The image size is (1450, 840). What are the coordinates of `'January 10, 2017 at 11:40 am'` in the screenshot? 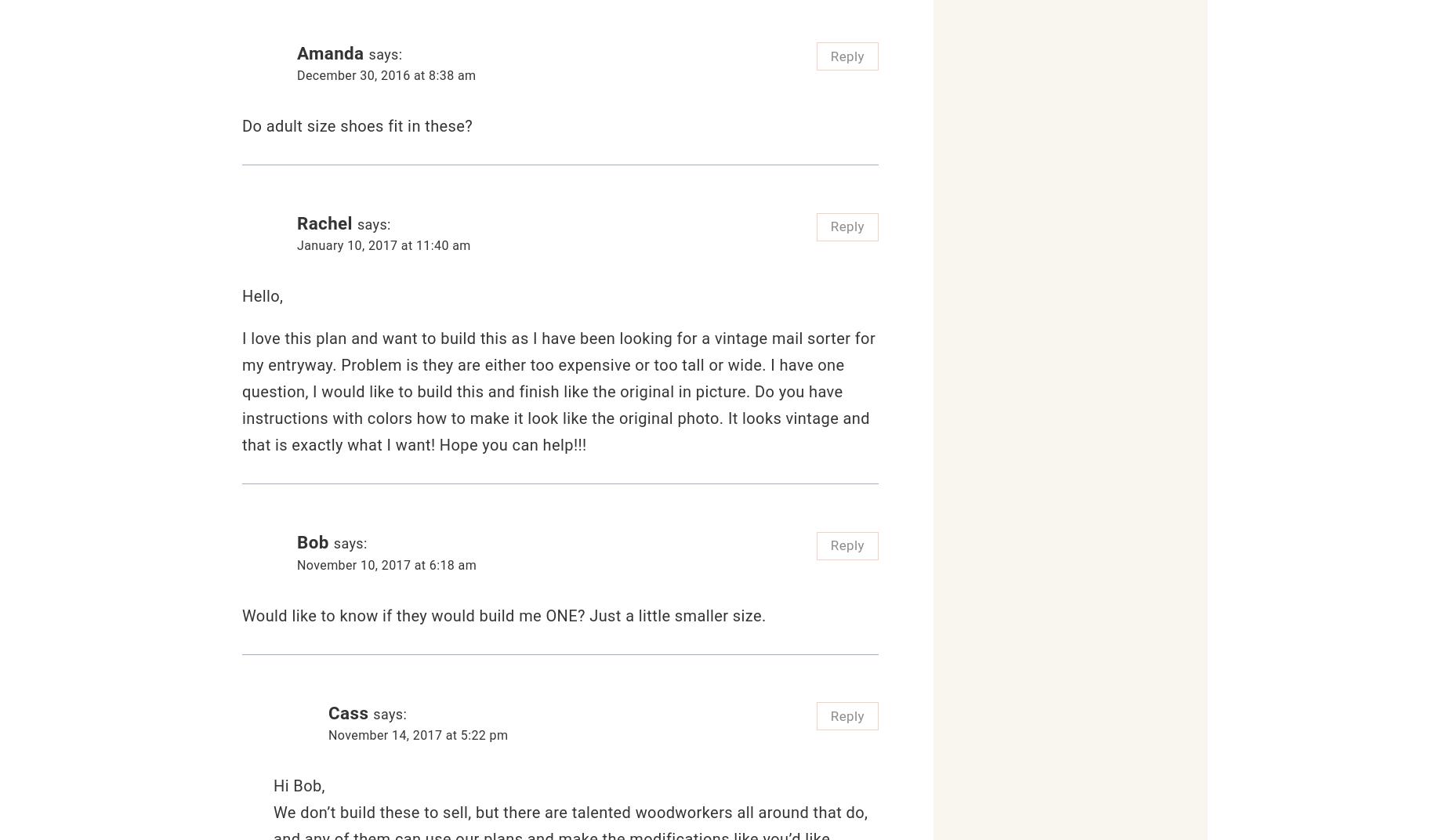 It's located at (383, 244).